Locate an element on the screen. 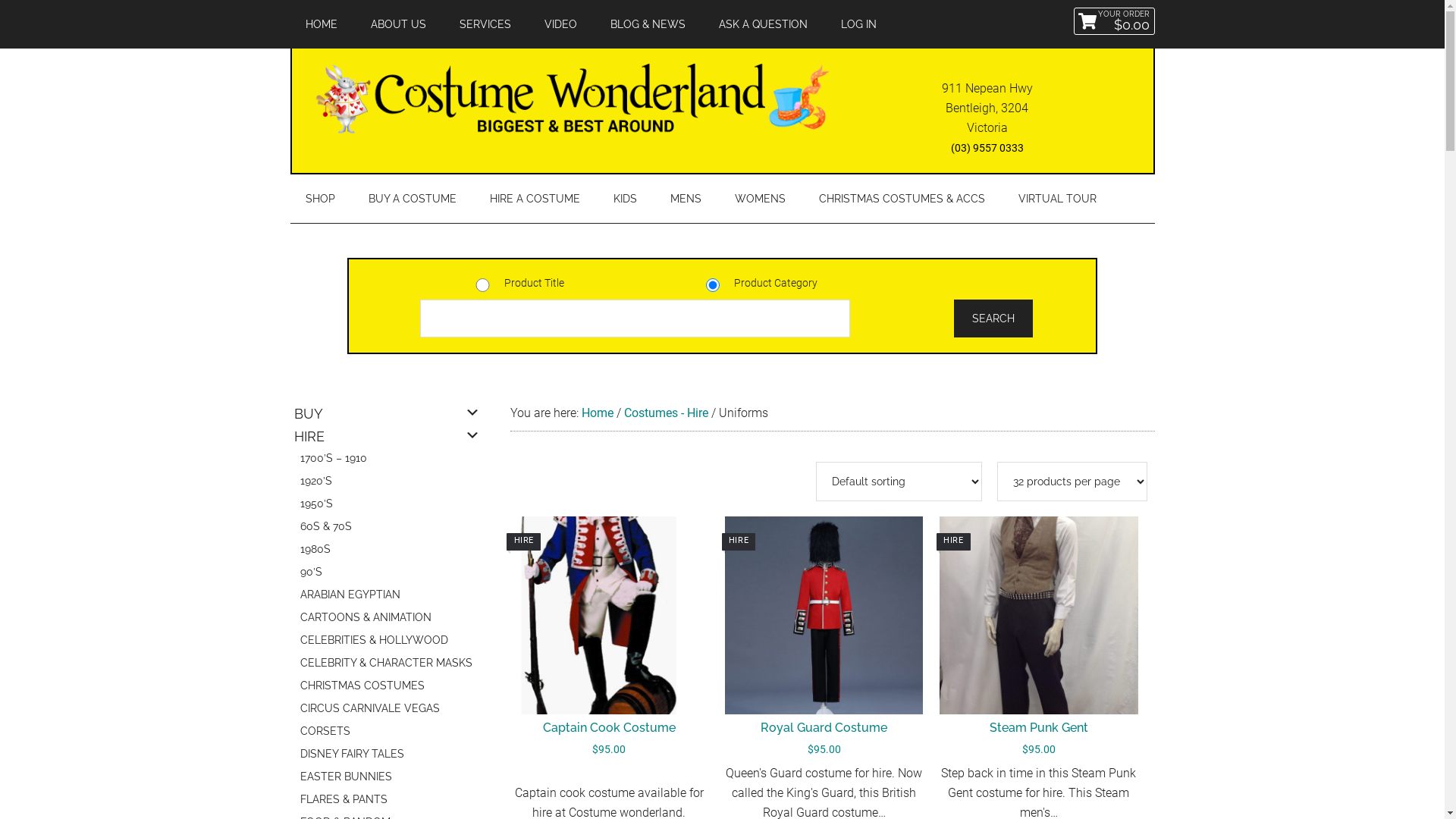  'HIRE A COSTUME' is located at coordinates (535, 198).